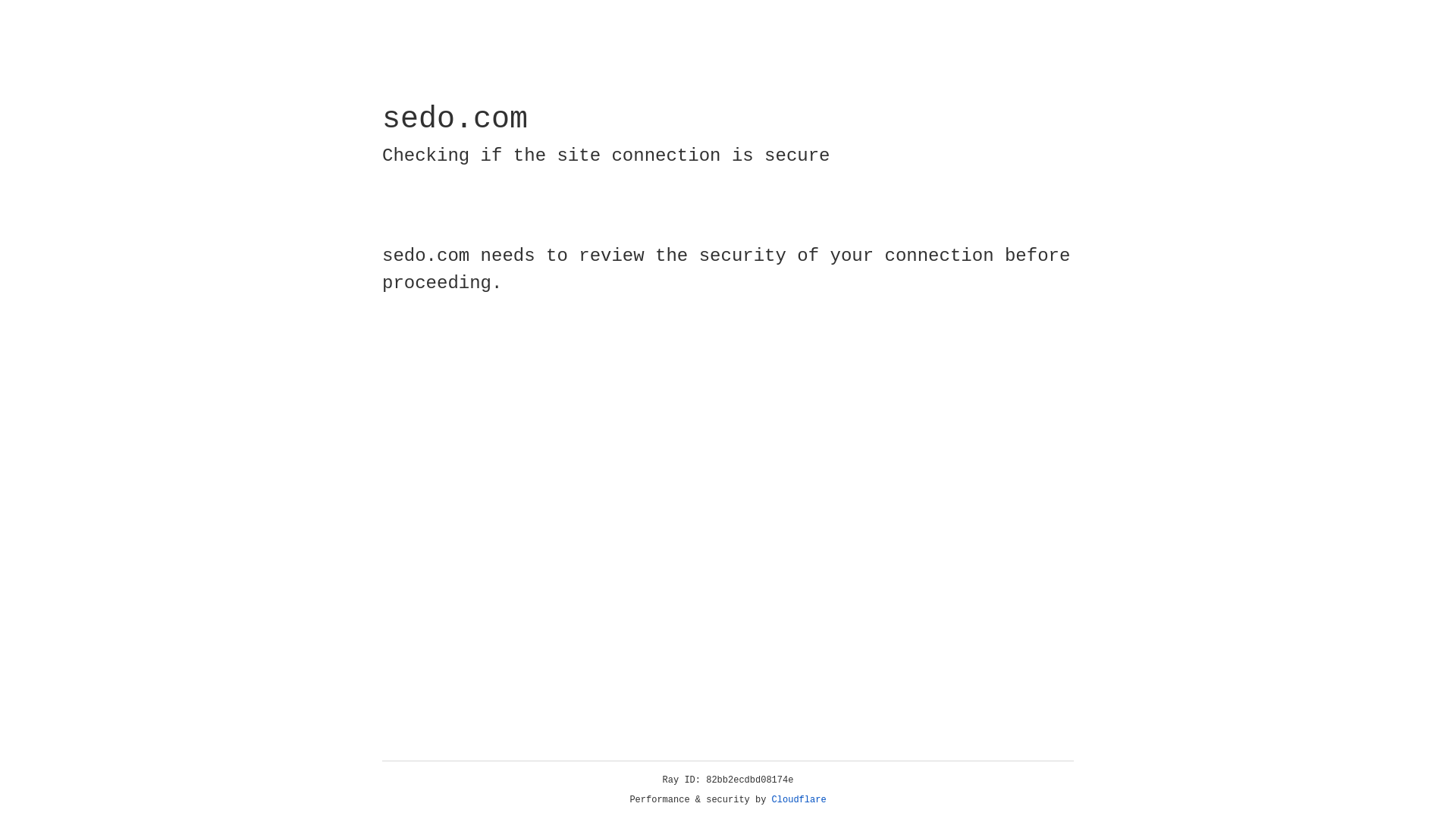 Image resolution: width=1456 pixels, height=819 pixels. Describe the element at coordinates (799, 799) in the screenshot. I see `'Cloudflare'` at that location.